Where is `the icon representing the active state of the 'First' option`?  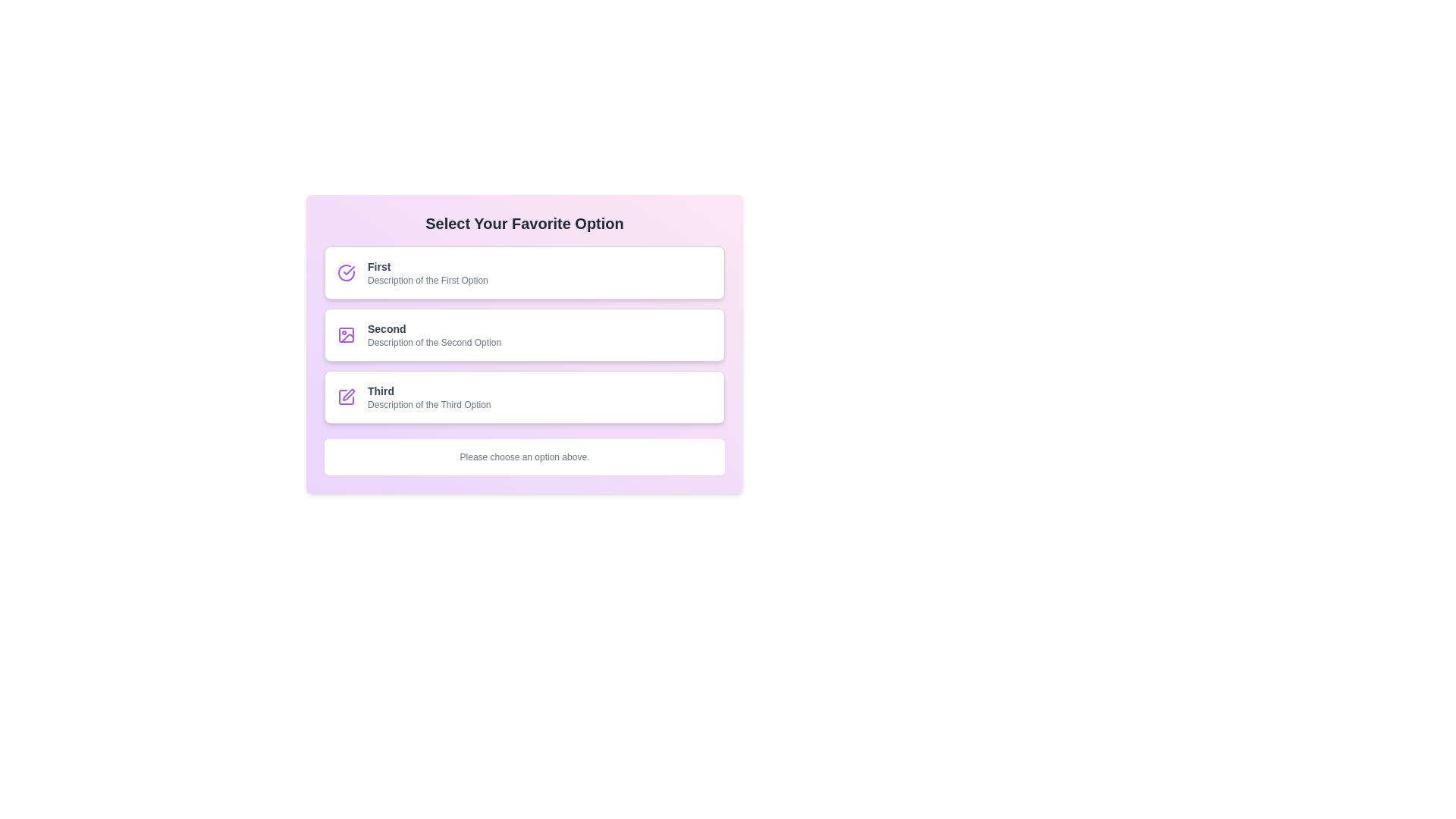
the icon representing the active state of the 'First' option is located at coordinates (345, 271).